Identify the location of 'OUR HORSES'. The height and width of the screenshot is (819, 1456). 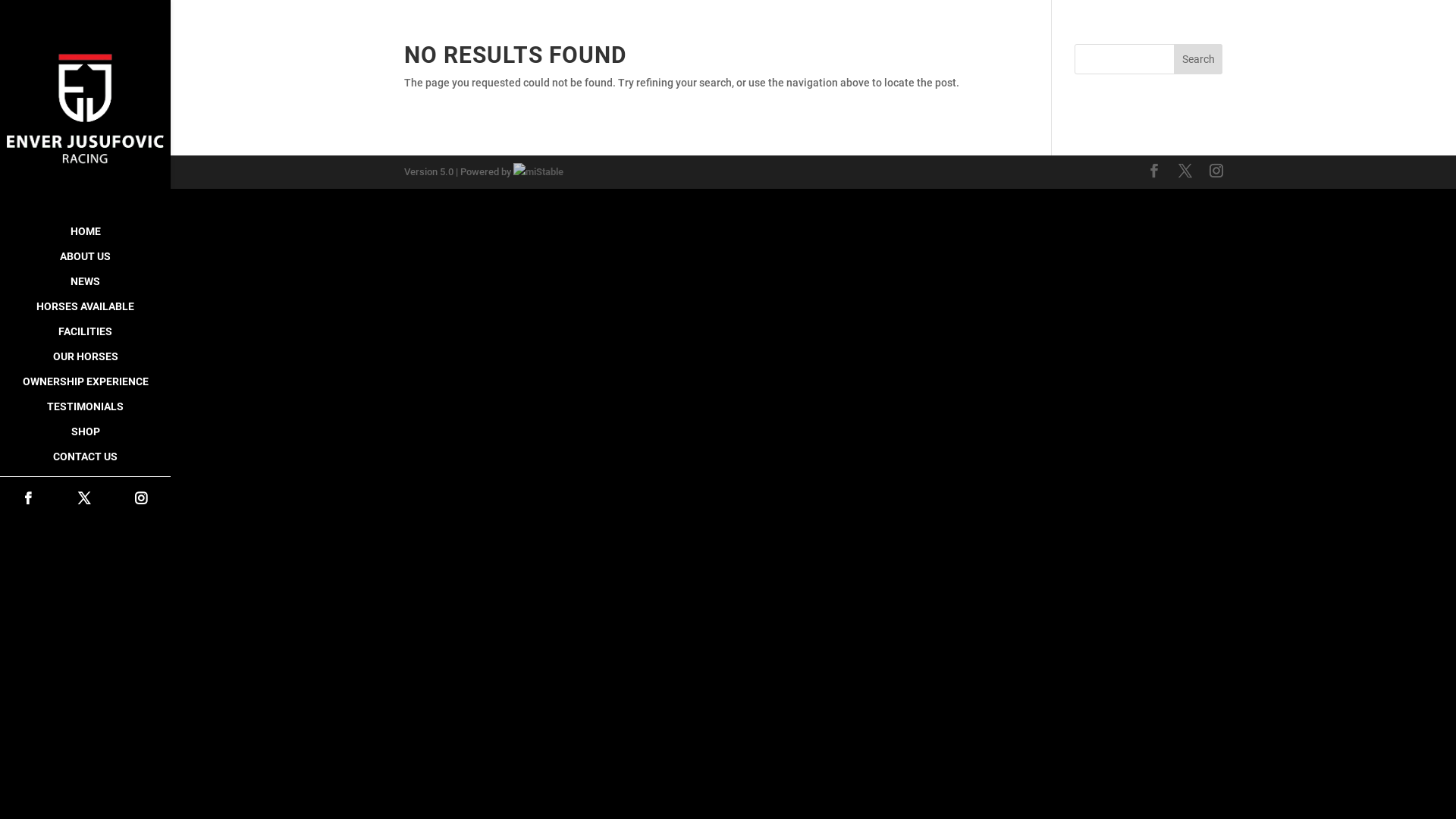
(84, 363).